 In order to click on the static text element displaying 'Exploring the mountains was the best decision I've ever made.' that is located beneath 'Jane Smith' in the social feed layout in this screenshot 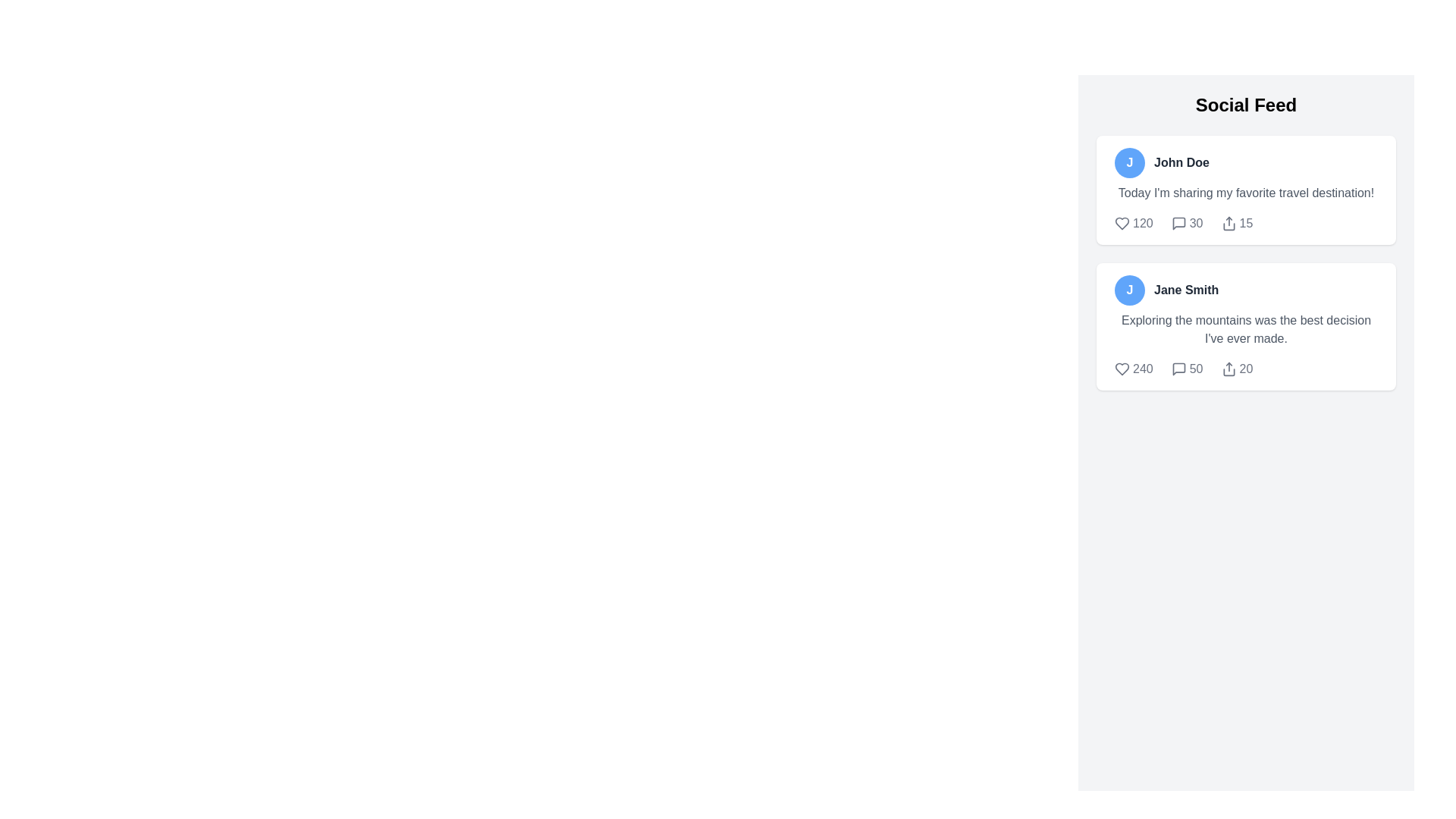, I will do `click(1246, 329)`.